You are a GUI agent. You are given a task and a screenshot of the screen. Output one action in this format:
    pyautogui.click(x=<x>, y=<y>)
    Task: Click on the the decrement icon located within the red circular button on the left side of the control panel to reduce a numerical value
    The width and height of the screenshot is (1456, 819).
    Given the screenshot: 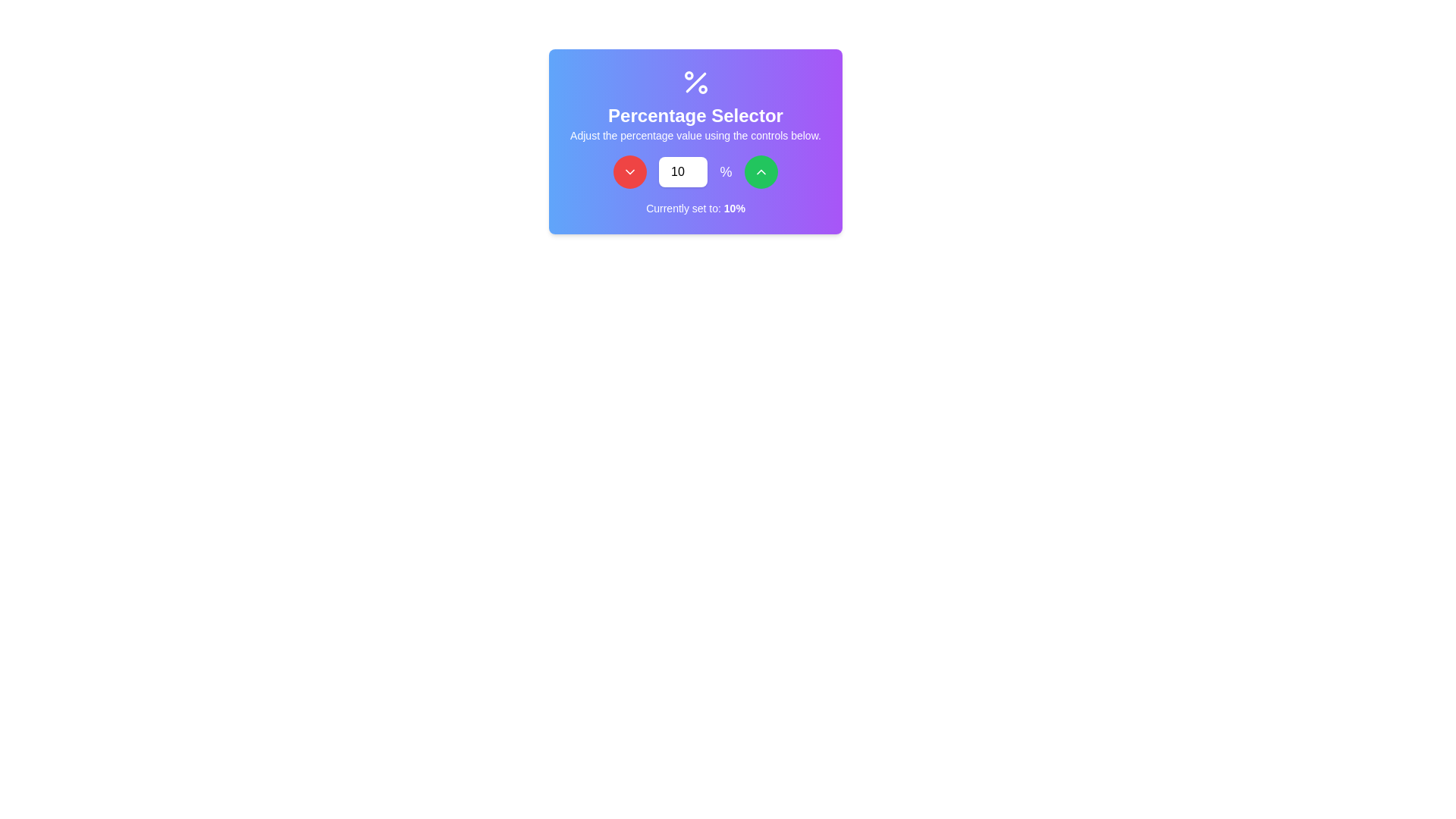 What is the action you would take?
    pyautogui.click(x=630, y=171)
    